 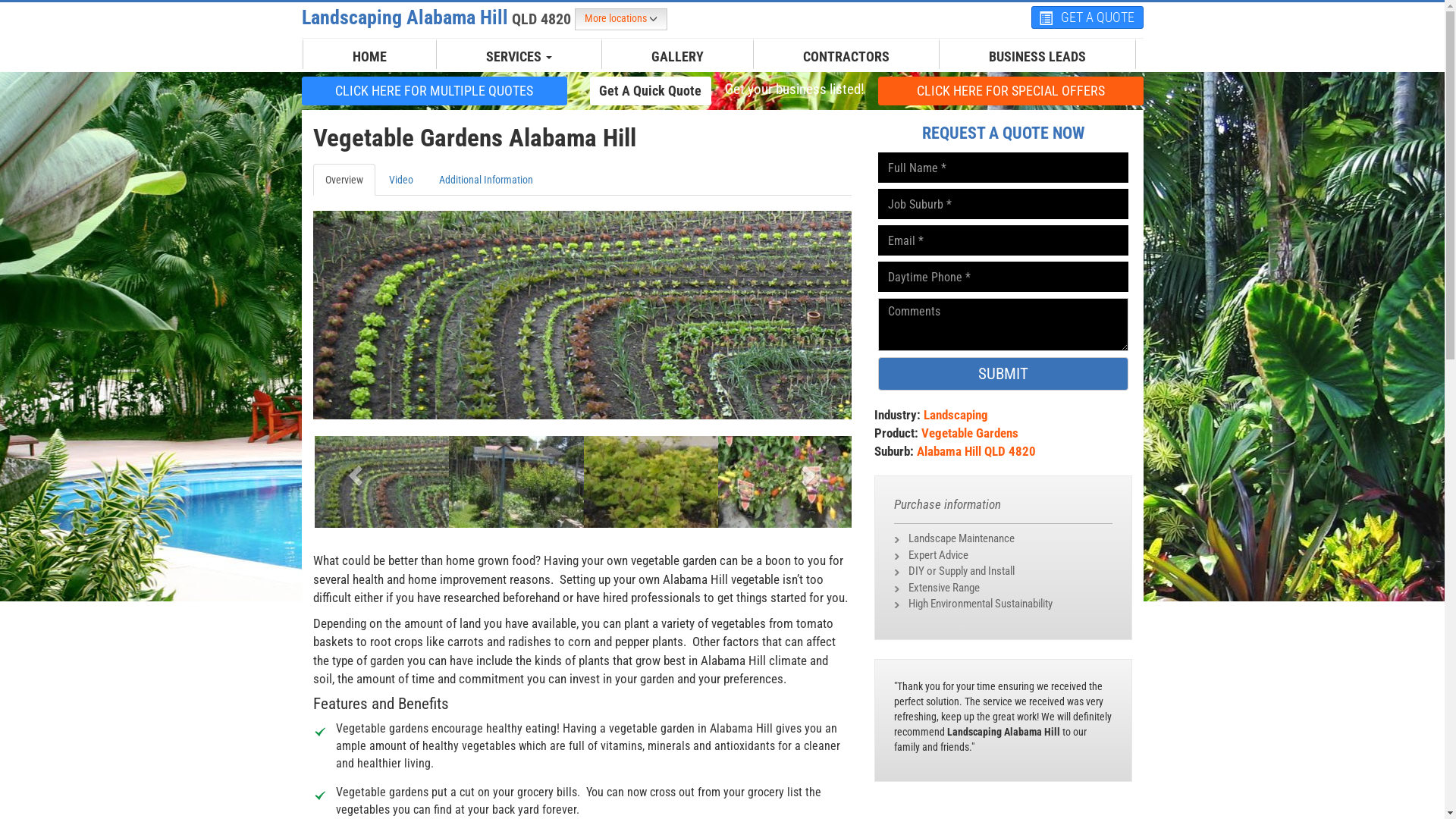 I want to click on 'Additional Information', so click(x=425, y=178).